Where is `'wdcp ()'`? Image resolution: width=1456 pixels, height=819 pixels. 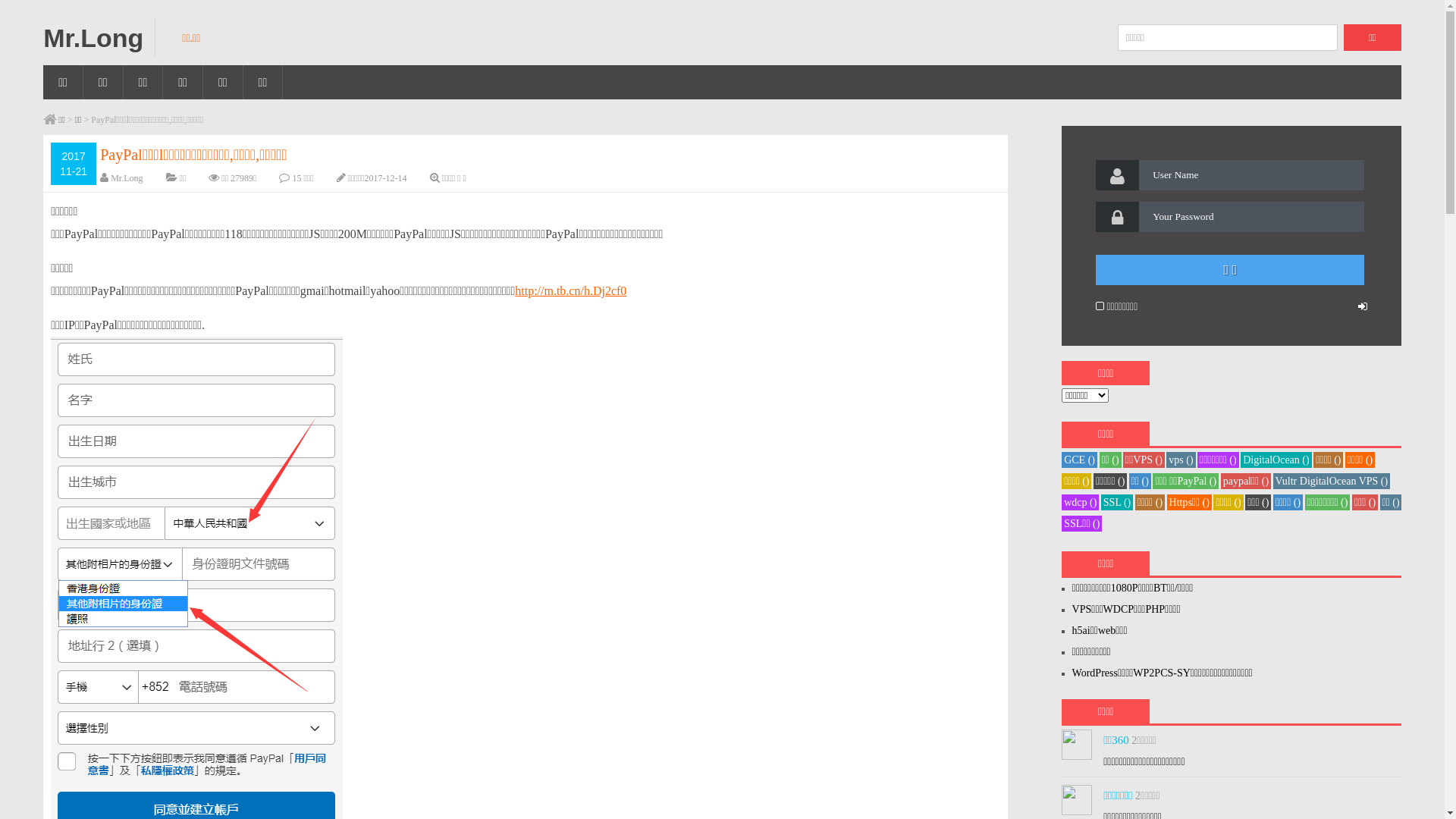 'wdcp ()' is located at coordinates (1079, 502).